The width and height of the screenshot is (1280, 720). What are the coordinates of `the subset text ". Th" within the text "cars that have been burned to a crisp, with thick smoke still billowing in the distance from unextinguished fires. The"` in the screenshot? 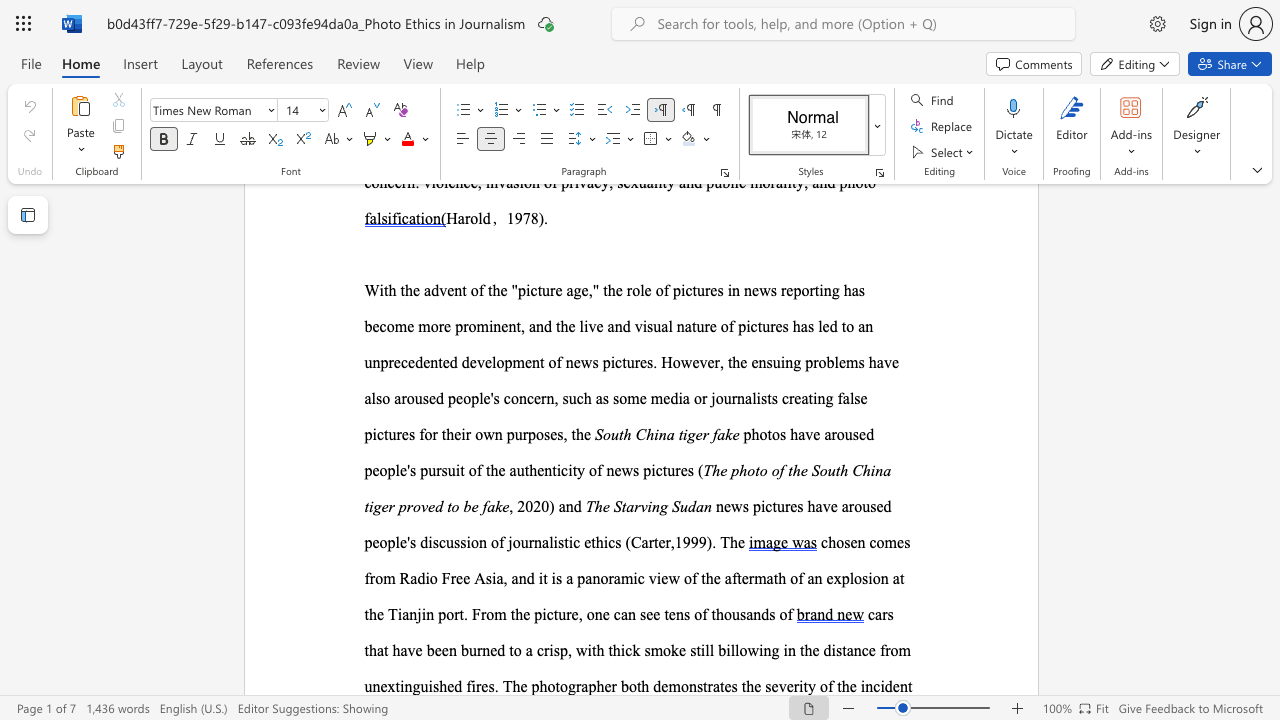 It's located at (494, 685).